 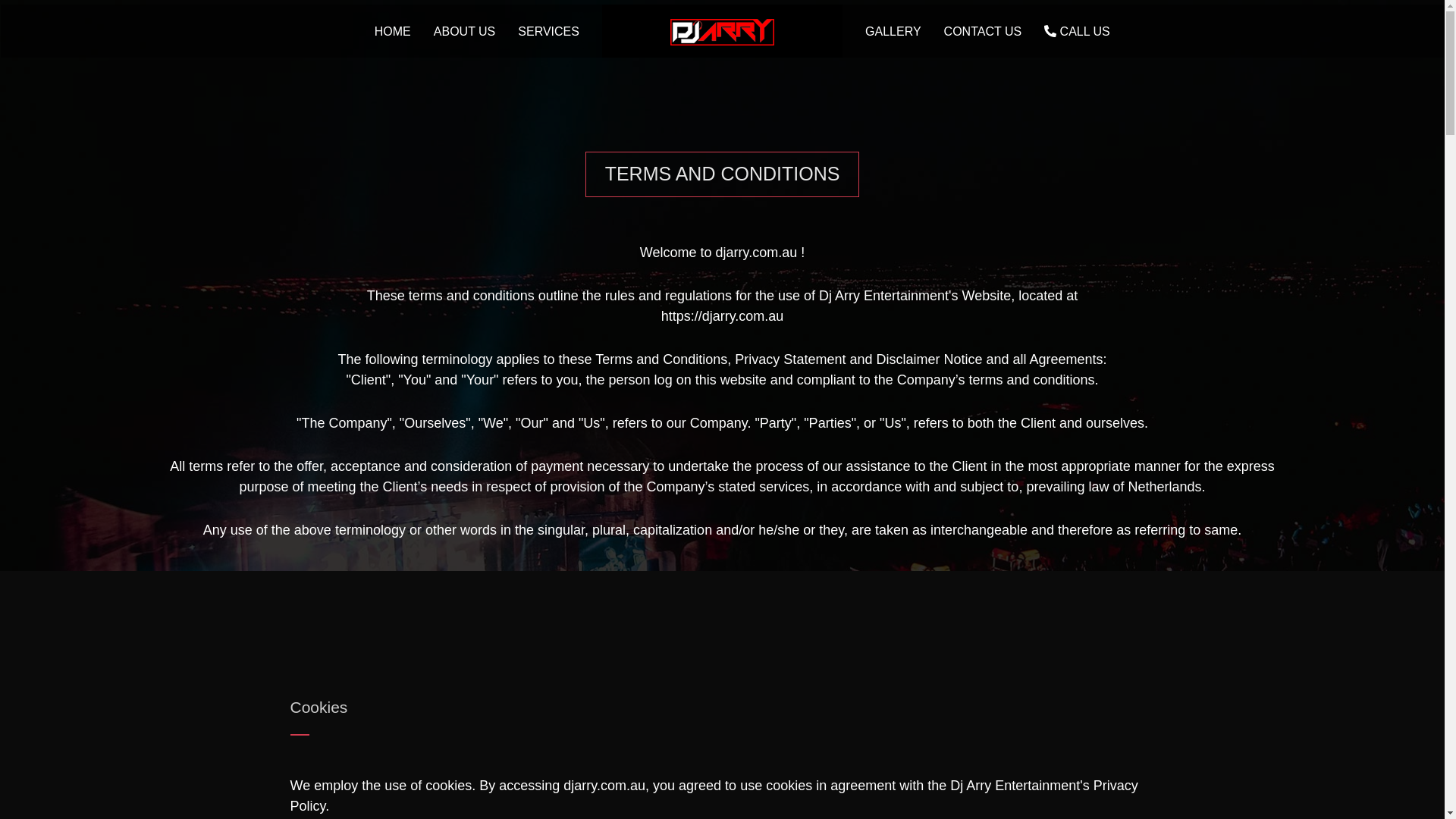 What do you see at coordinates (362, 31) in the screenshot?
I see `'HOME'` at bounding box center [362, 31].